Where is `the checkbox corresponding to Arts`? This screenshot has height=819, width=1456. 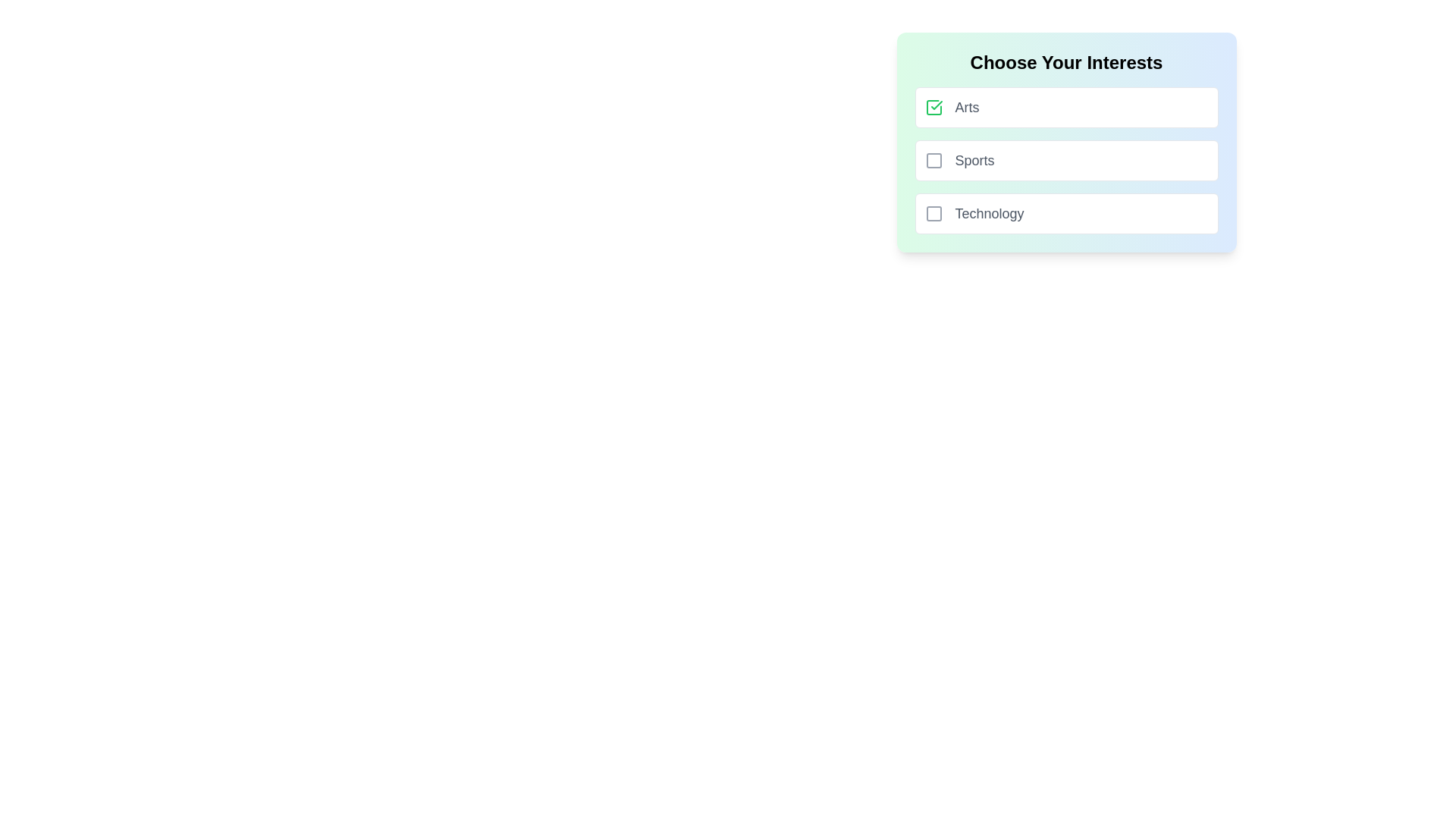 the checkbox corresponding to Arts is located at coordinates (933, 107).